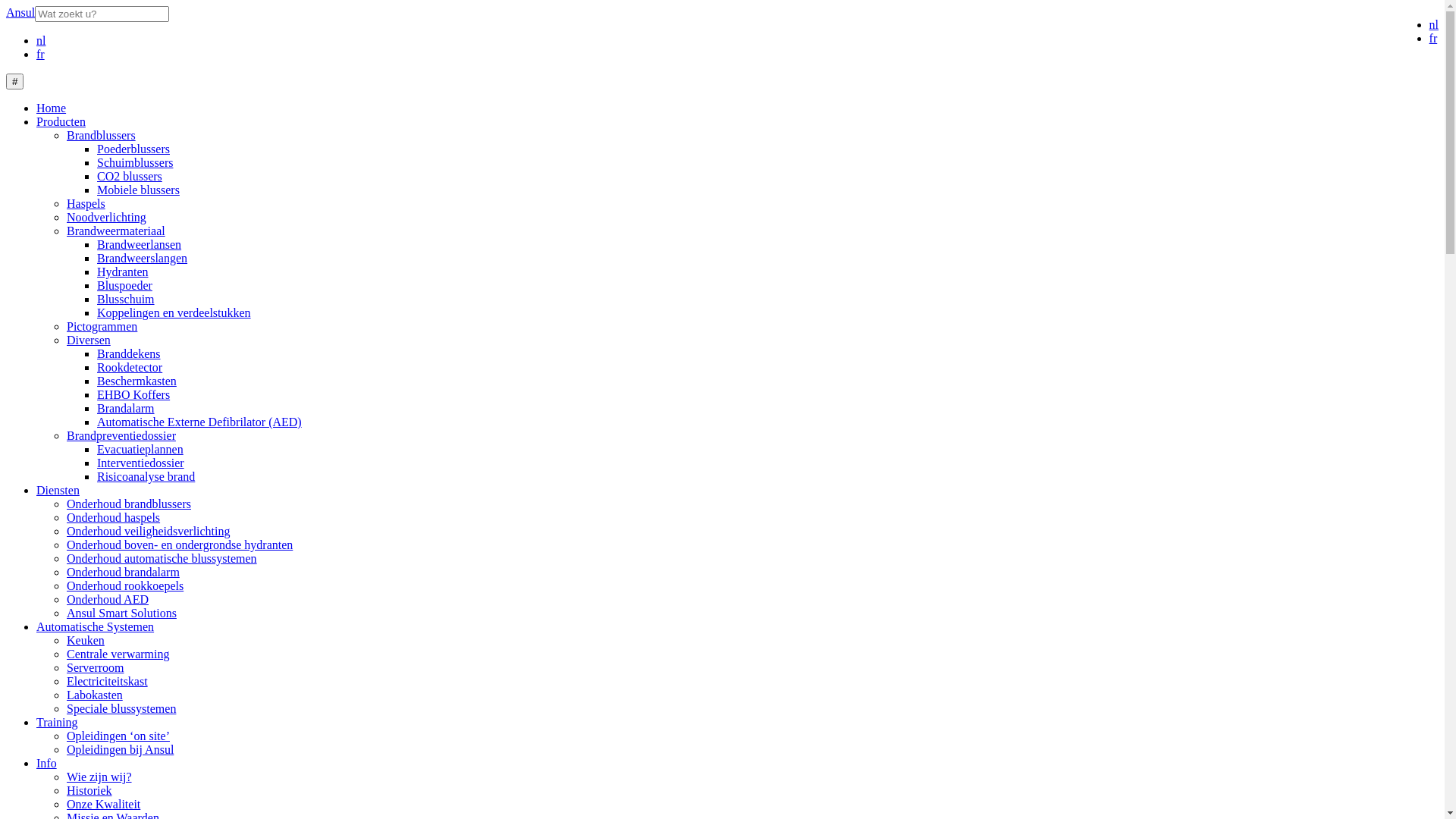  What do you see at coordinates (133, 149) in the screenshot?
I see `'Poederblussers'` at bounding box center [133, 149].